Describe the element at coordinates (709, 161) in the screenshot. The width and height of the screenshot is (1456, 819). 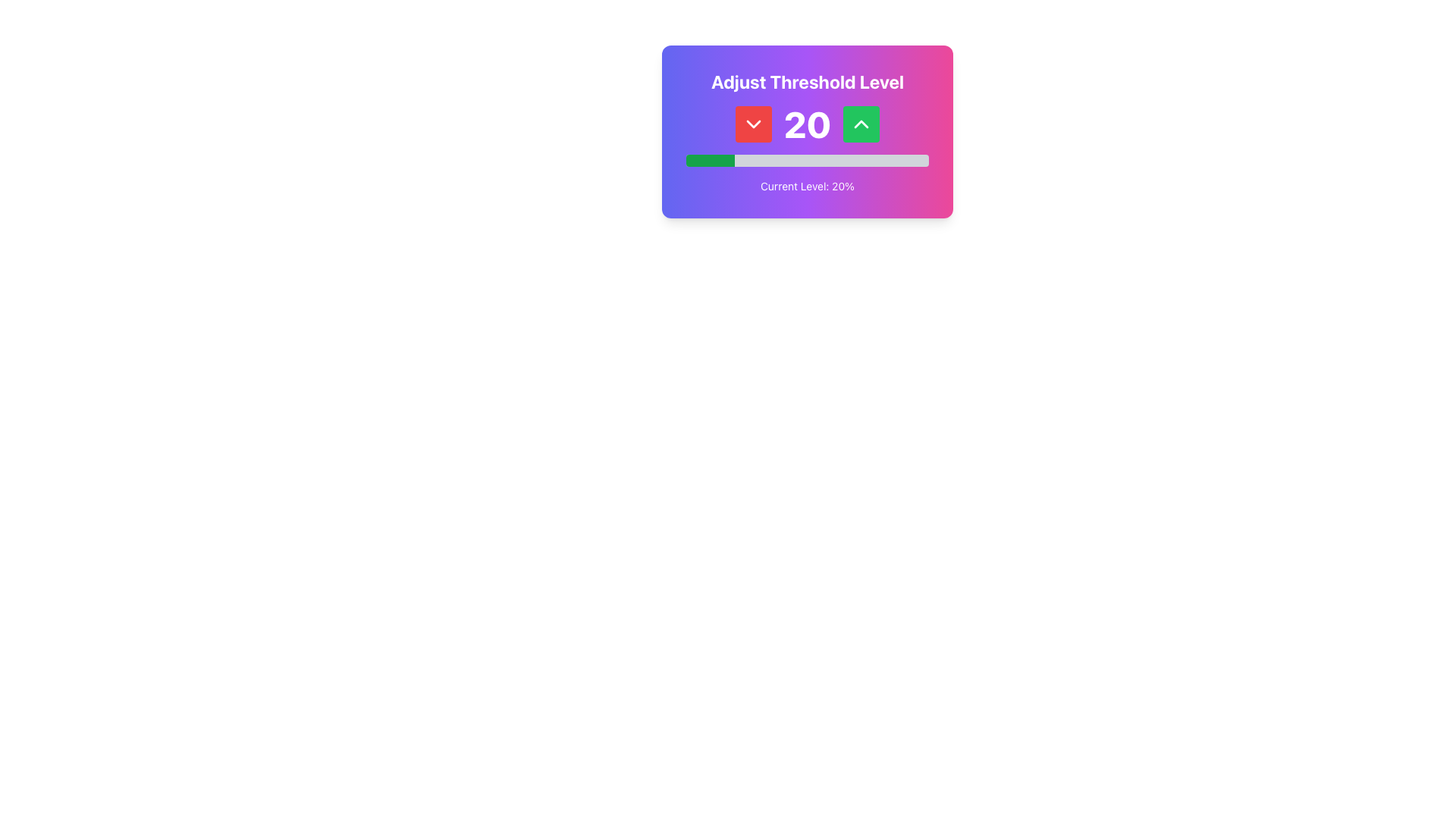
I see `the leftmost 20% segment of the green progress bar located at the bottom of the card interface` at that location.